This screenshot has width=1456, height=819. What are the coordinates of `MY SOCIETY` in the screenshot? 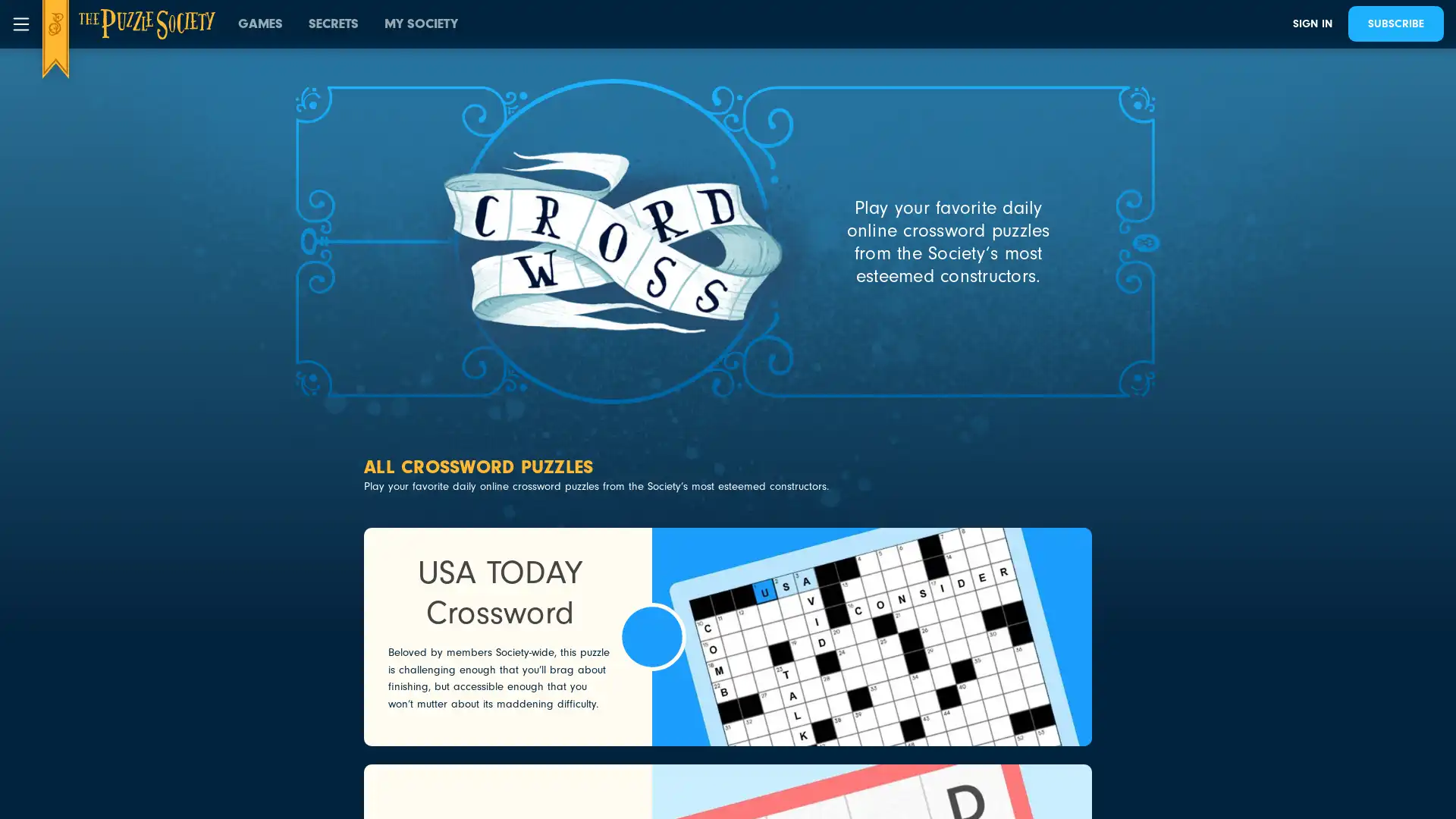 It's located at (421, 24).